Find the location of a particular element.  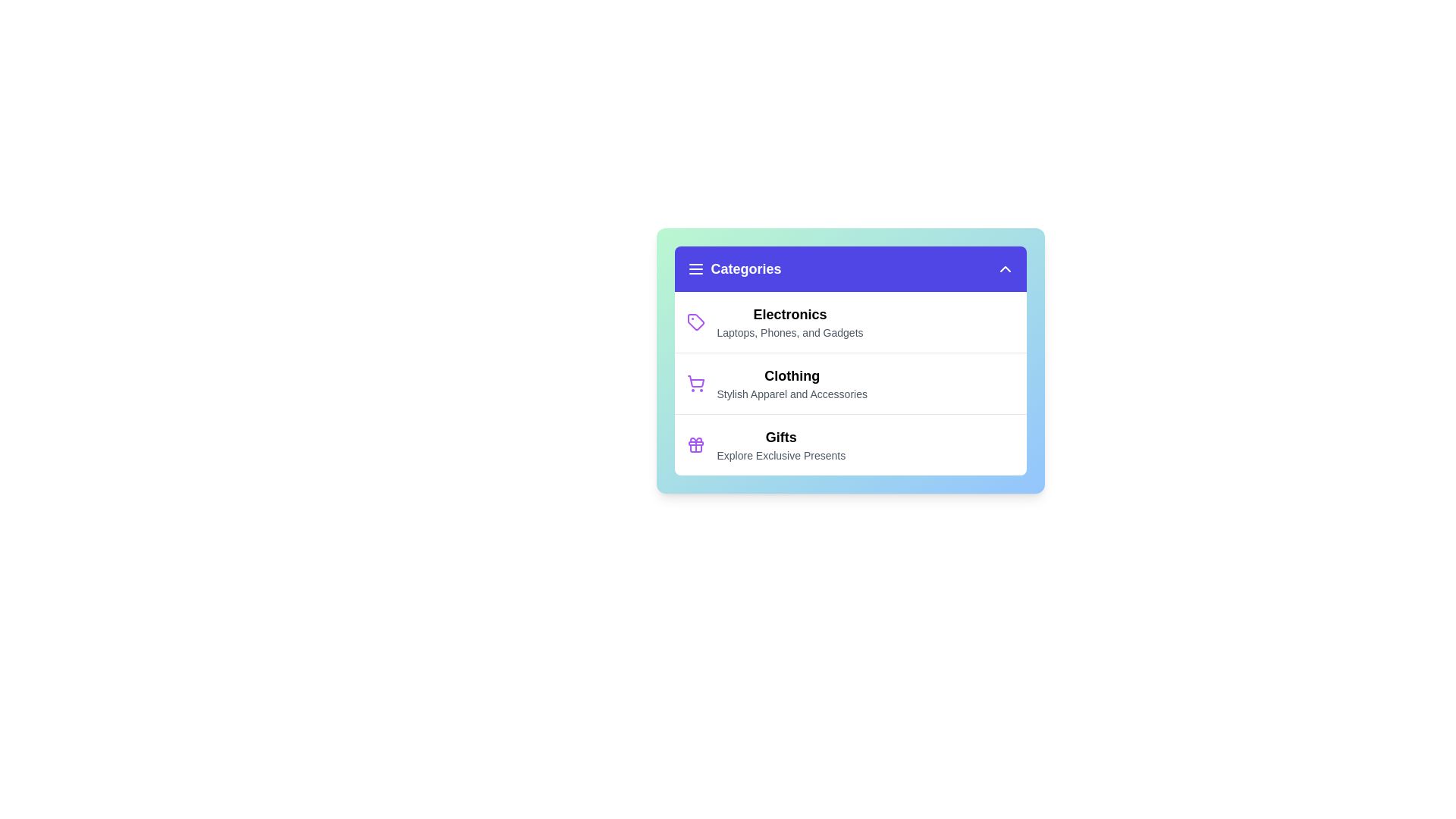

the 'Electronics' category entry in the menu is located at coordinates (789, 314).